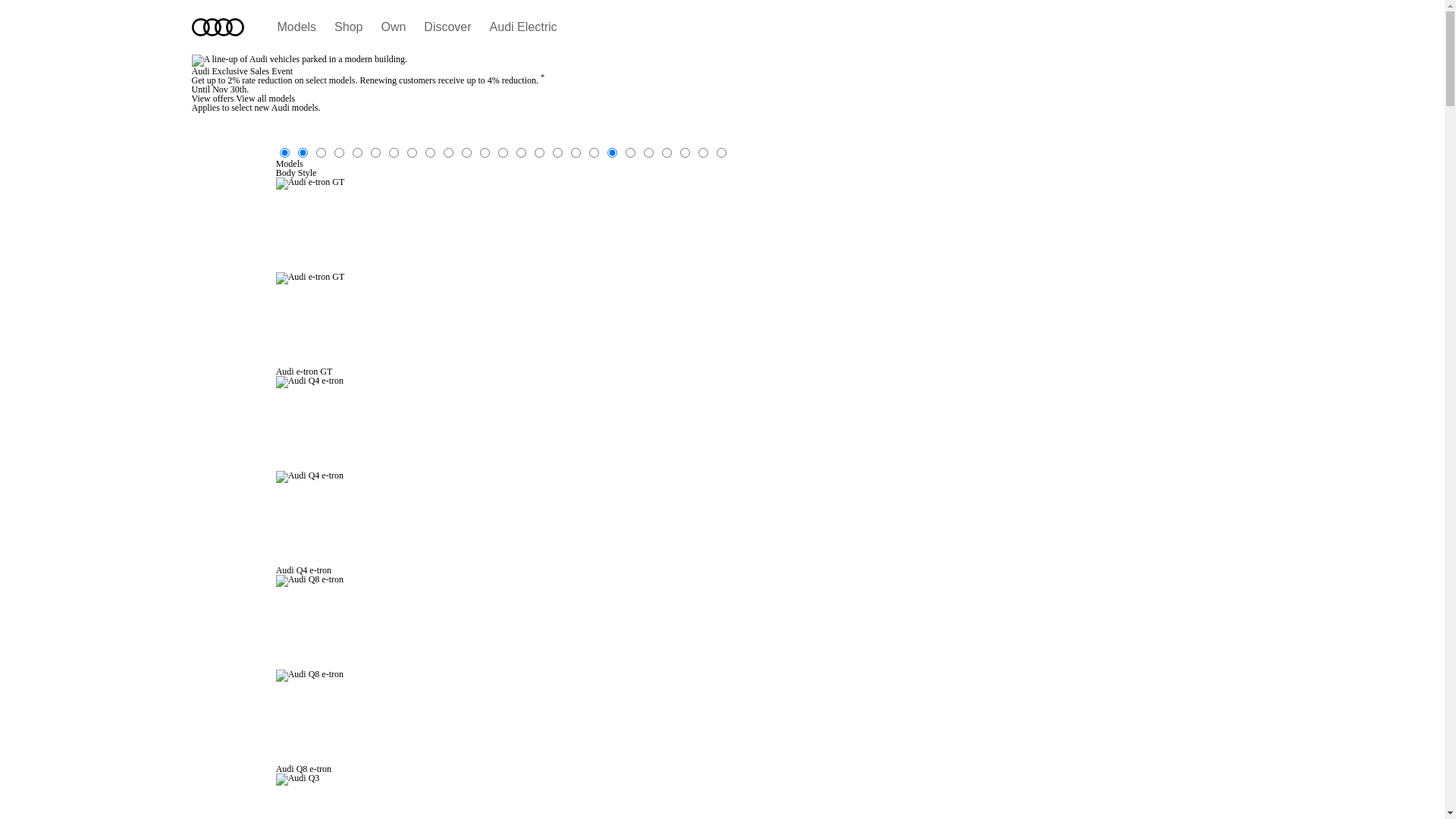 The image size is (1456, 819). What do you see at coordinates (265, 99) in the screenshot?
I see `'View all models'` at bounding box center [265, 99].